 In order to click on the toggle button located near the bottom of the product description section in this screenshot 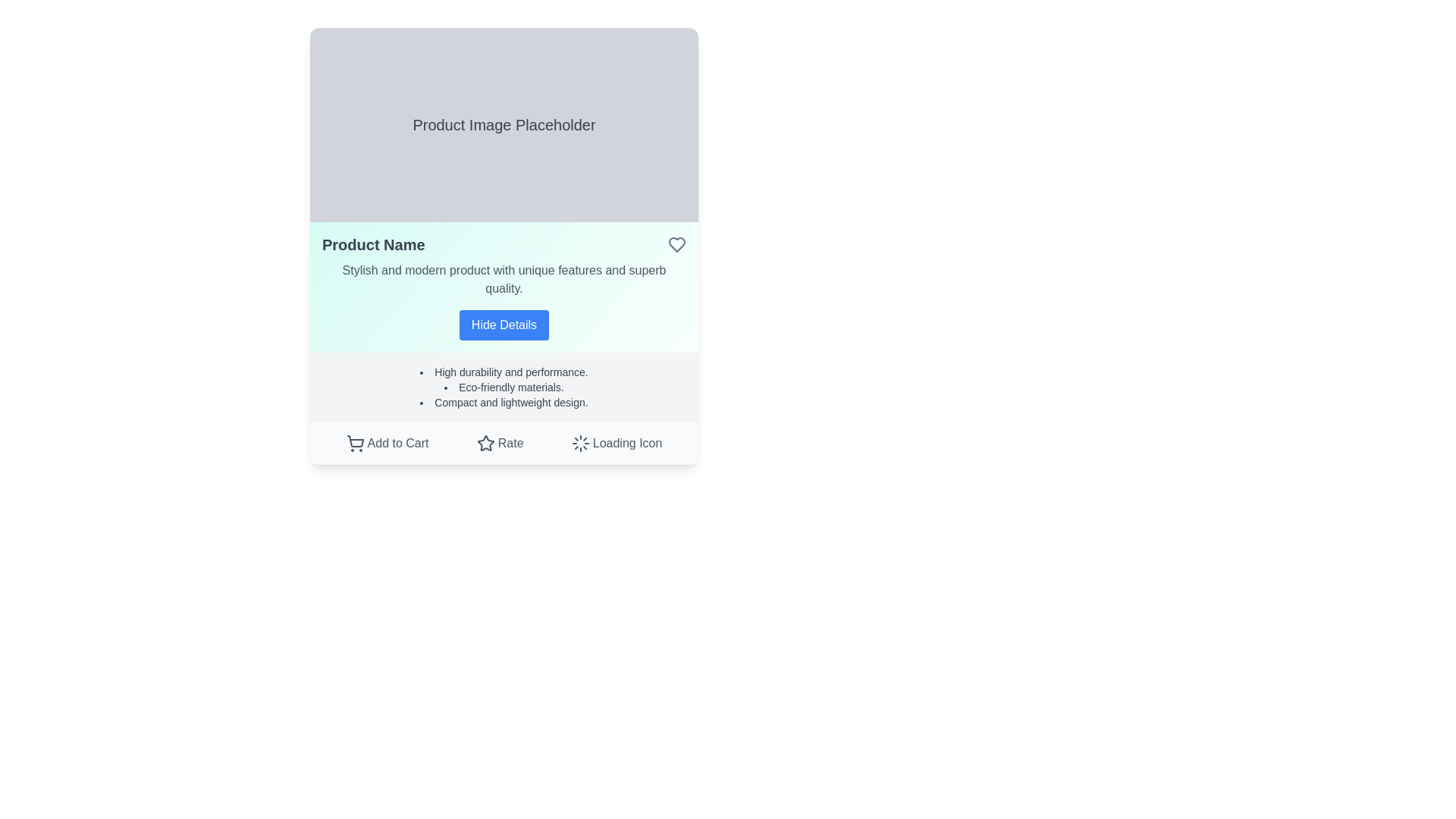, I will do `click(504, 324)`.